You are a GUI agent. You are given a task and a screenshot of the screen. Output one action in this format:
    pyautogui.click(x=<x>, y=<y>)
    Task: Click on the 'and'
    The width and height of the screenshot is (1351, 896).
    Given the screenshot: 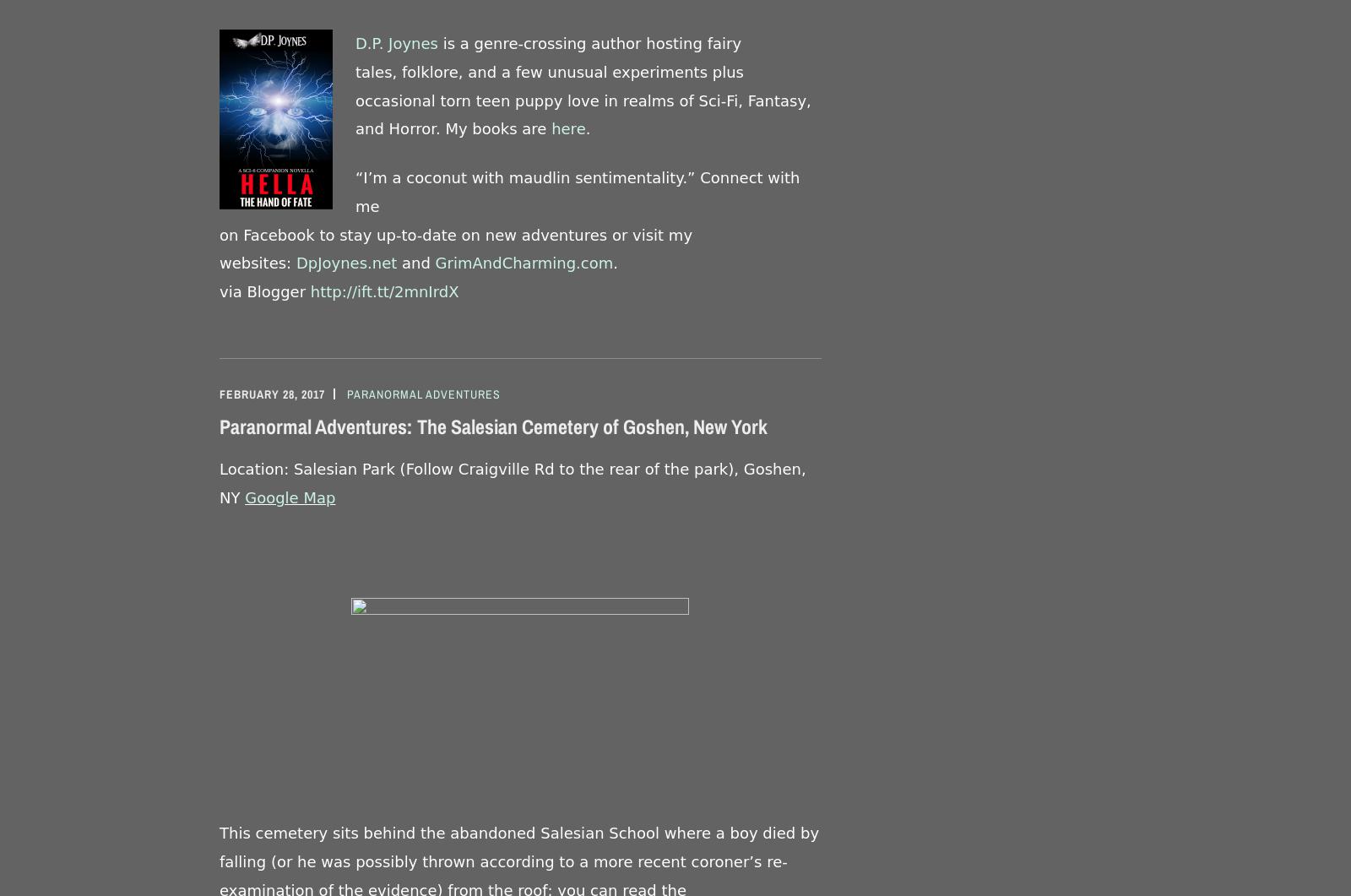 What is the action you would take?
    pyautogui.click(x=396, y=262)
    